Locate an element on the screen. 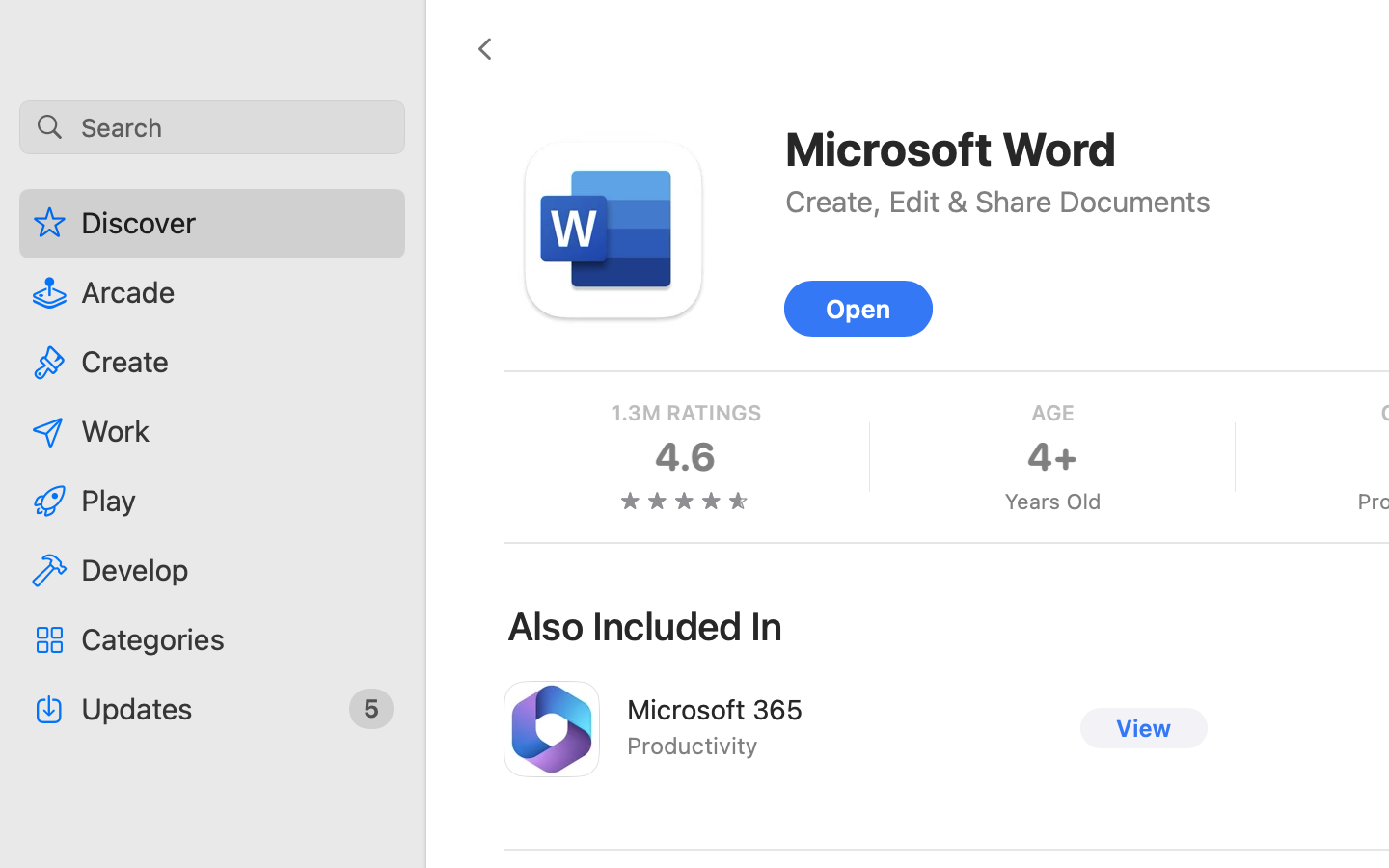  '4.6' is located at coordinates (686, 456).